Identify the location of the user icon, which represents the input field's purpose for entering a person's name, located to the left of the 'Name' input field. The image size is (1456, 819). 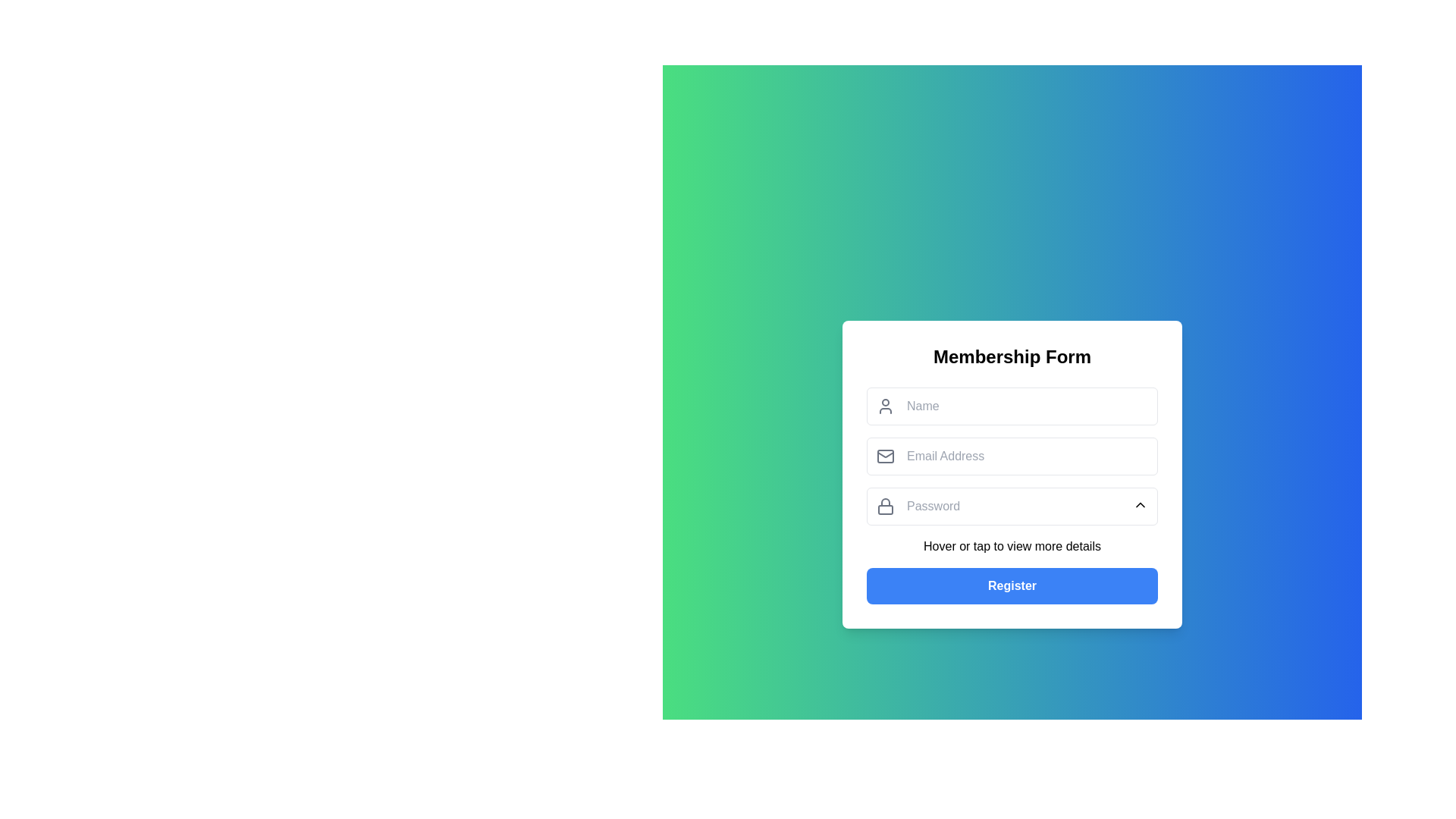
(885, 406).